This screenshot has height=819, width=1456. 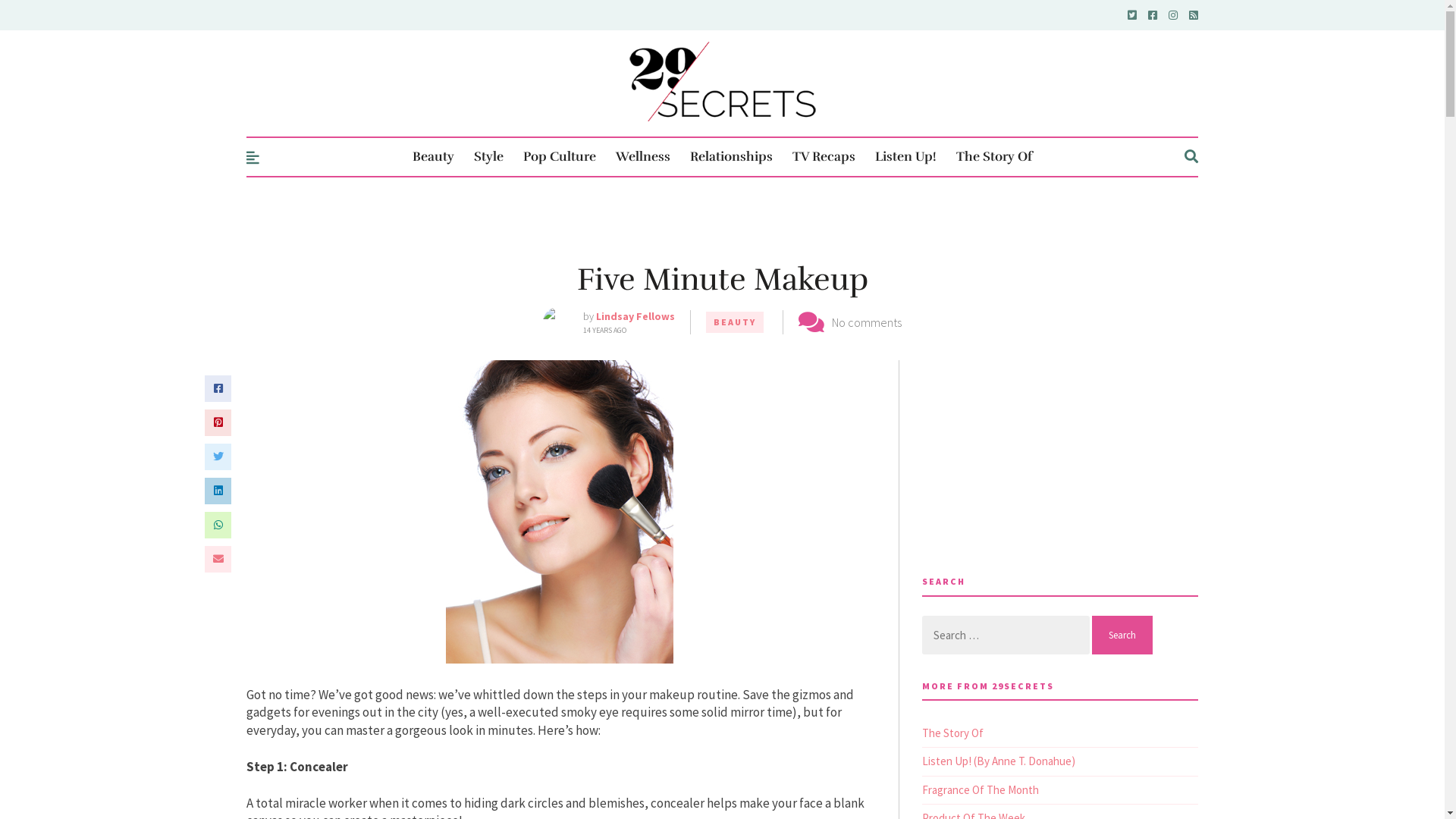 What do you see at coordinates (980, 789) in the screenshot?
I see `'Fragrance Of The Month'` at bounding box center [980, 789].